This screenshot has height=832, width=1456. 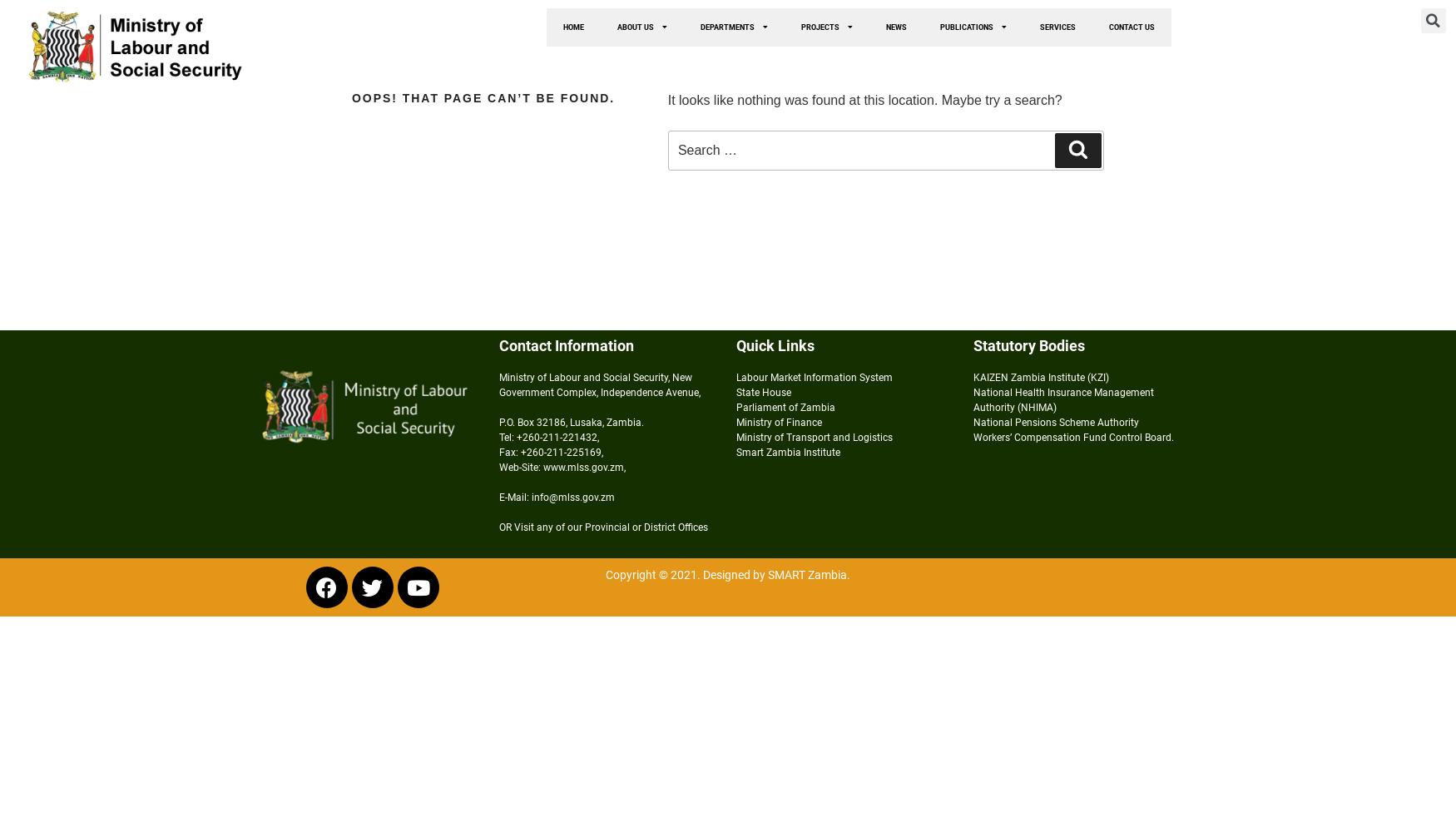 I want to click on 'Tel: +260-211-221432,', so click(x=547, y=438).